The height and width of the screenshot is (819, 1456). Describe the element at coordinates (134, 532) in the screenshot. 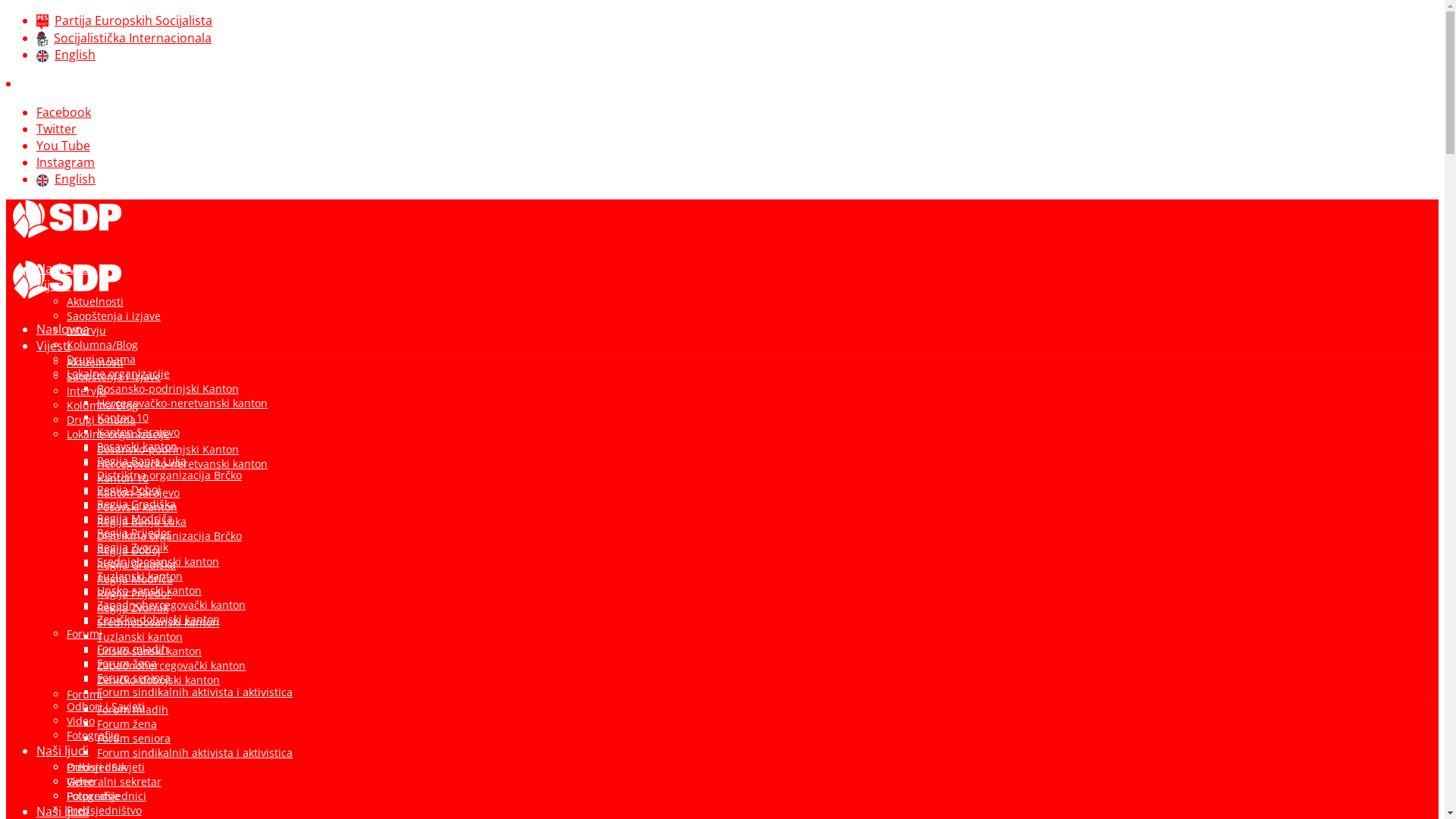

I see `'Regija Prijedor'` at that location.